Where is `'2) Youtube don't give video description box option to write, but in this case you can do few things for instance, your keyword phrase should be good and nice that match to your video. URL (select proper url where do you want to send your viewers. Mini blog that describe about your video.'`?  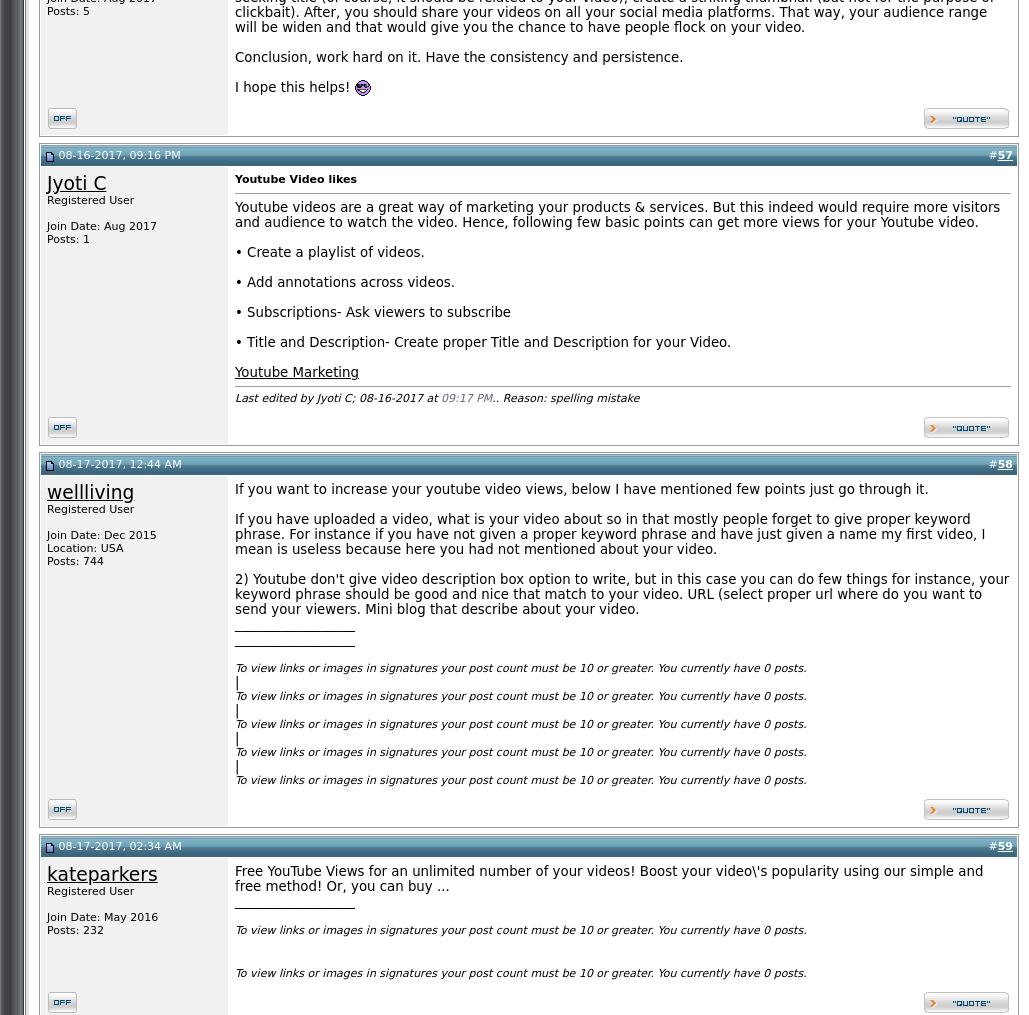 '2) Youtube don't give video description box option to write, but in this case you can do few things for instance, your keyword phrase should be good and nice that match to your video. URL (select proper url where do you want to send your viewers. Mini blog that describe about your video.' is located at coordinates (622, 593).